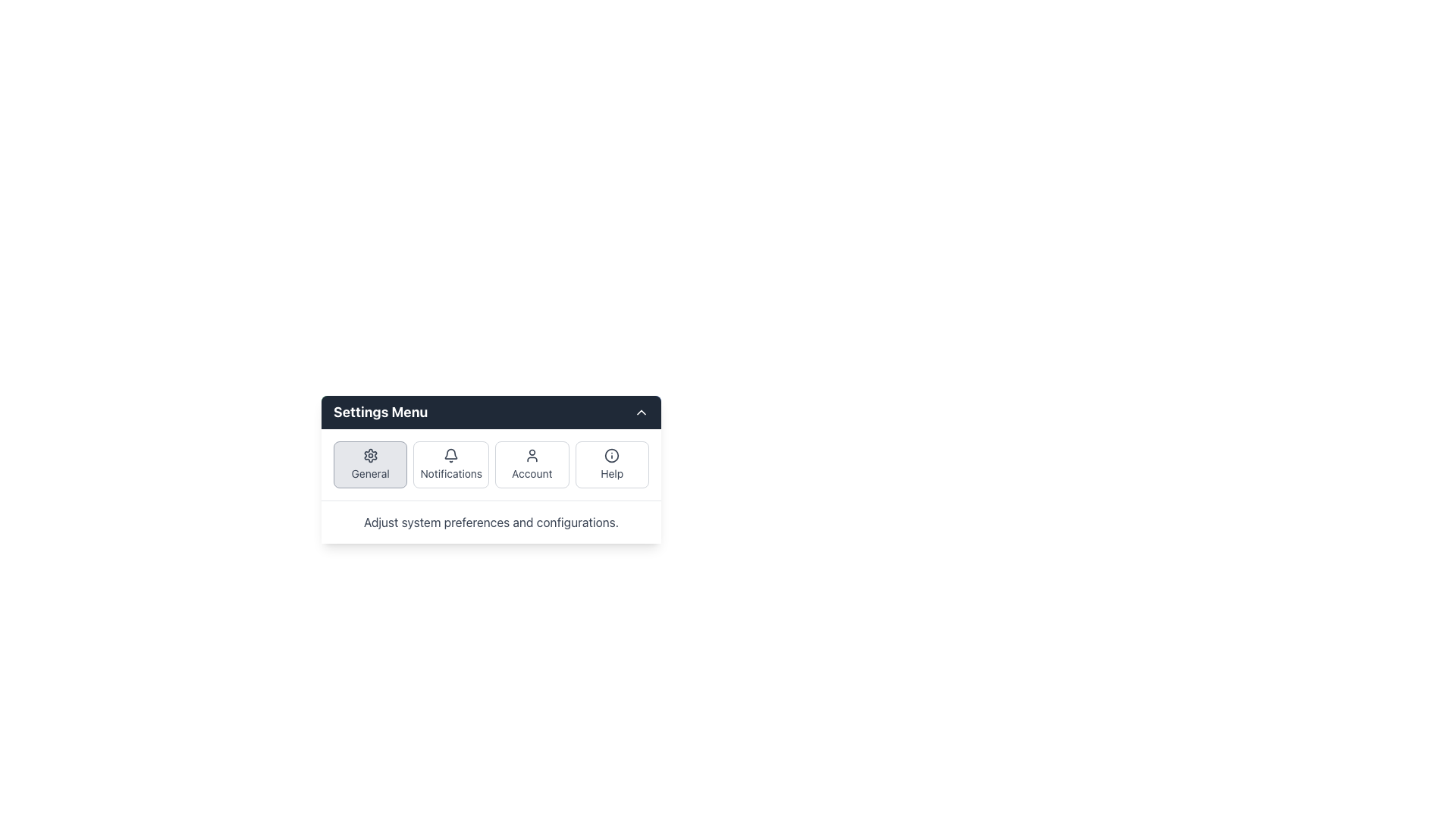 The height and width of the screenshot is (819, 1456). Describe the element at coordinates (532, 464) in the screenshot. I see `the account-related settings button, which is the third button in a row located between the 'Notifications' and 'Help' buttons` at that location.